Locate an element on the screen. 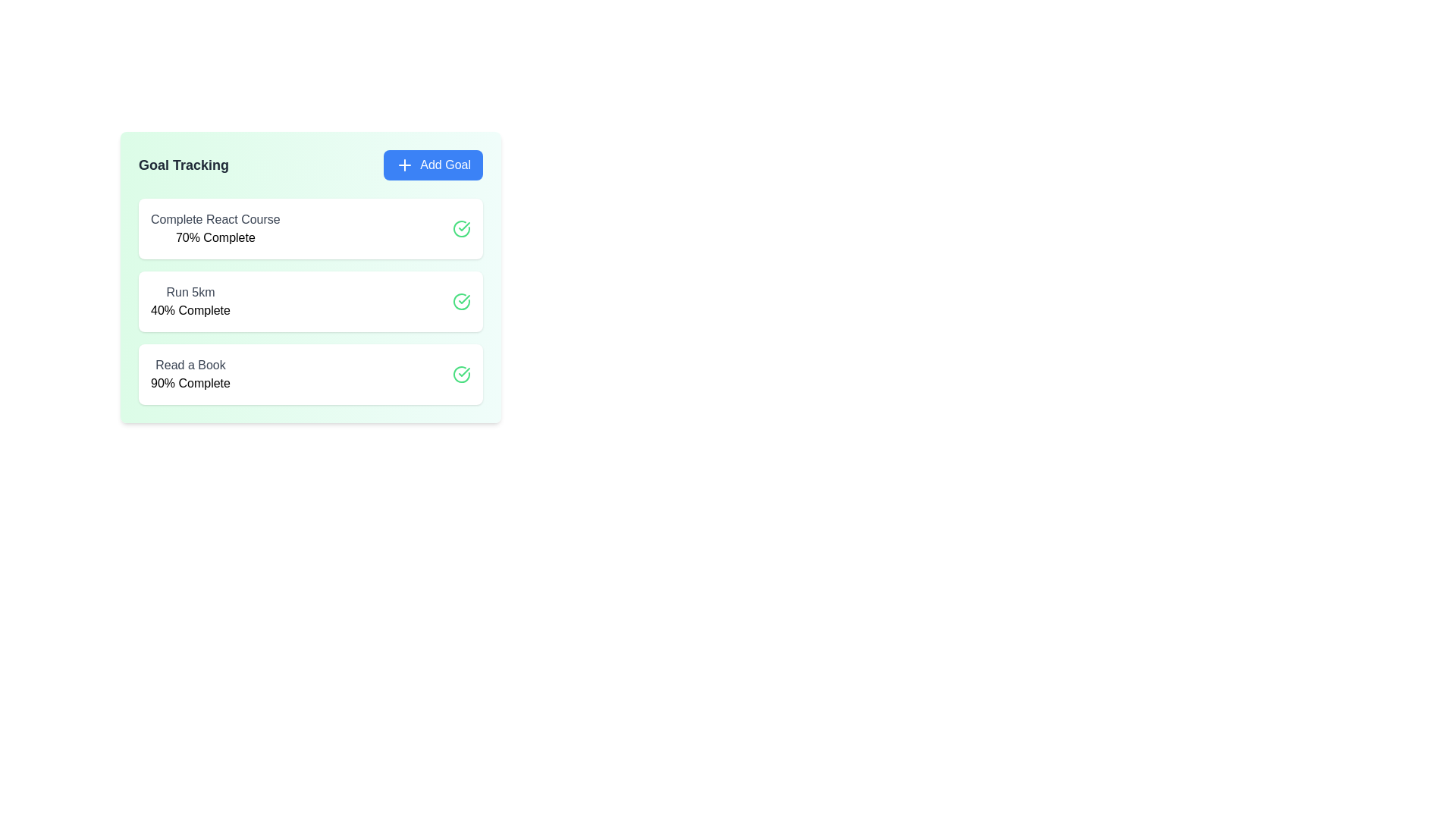 The image size is (1456, 819). the button located at the top-right corner of the 'Goal Tracking' section is located at coordinates (432, 165).